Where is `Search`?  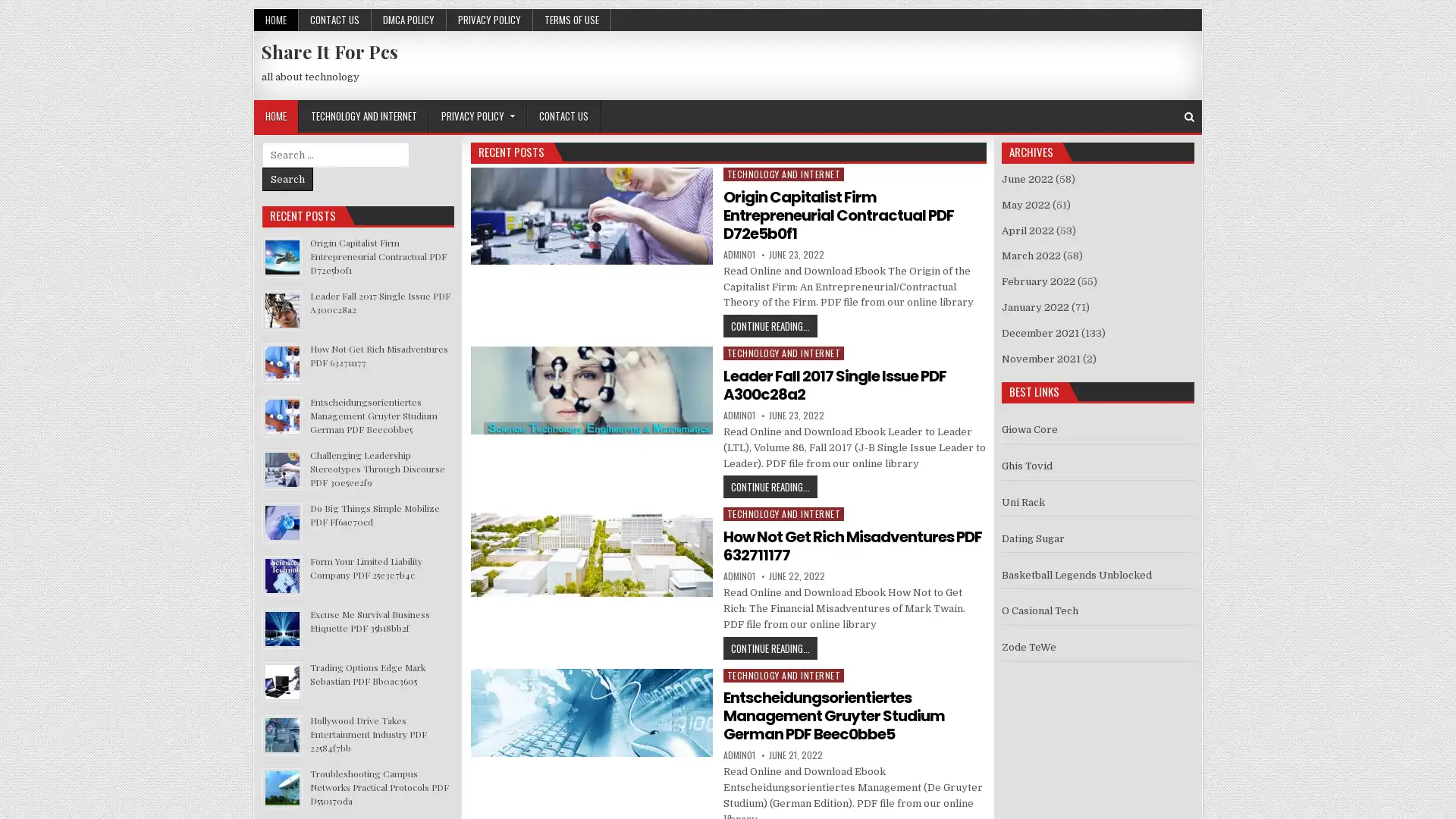
Search is located at coordinates (287, 178).